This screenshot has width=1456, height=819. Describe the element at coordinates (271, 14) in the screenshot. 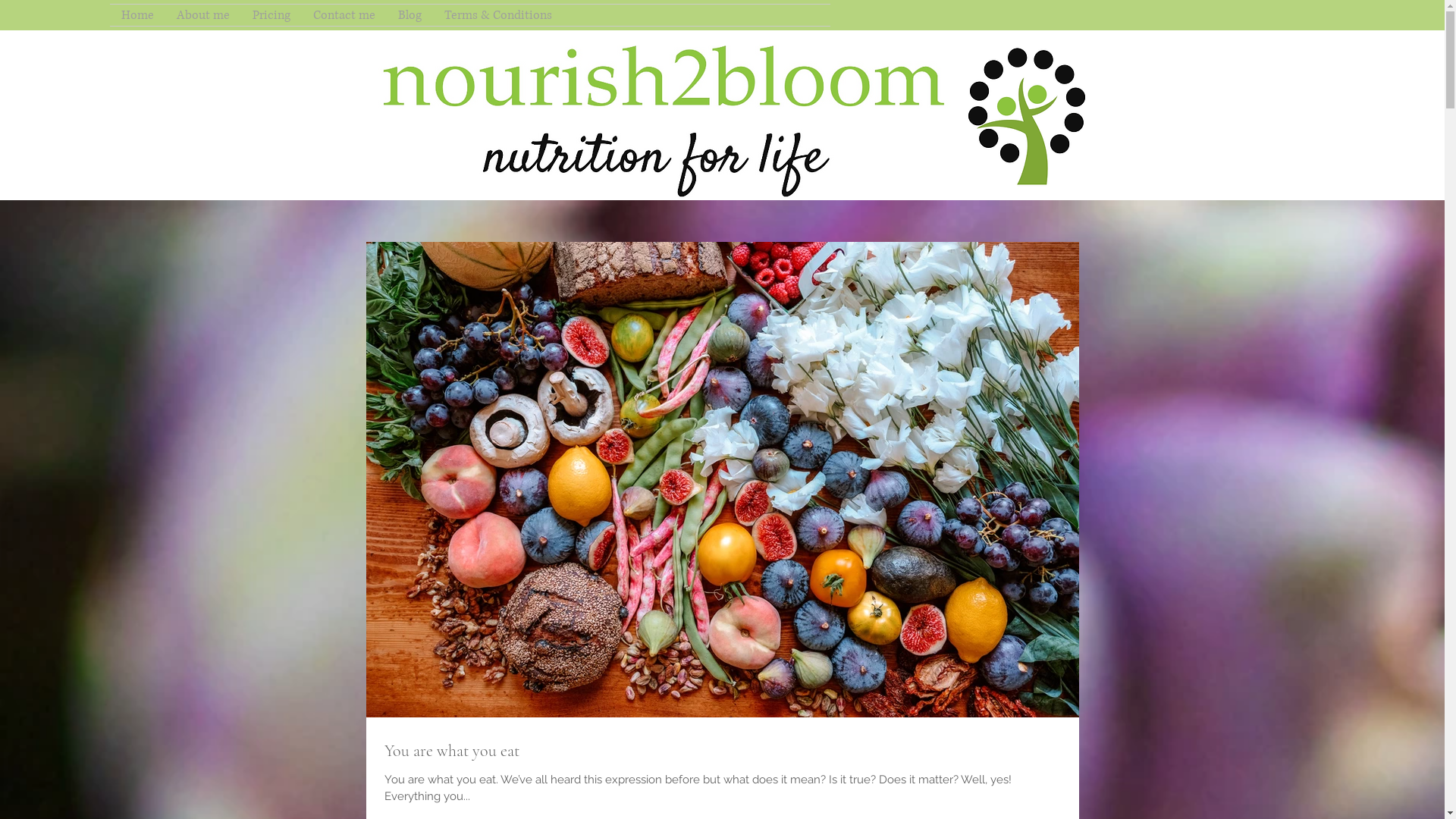

I see `'Pricing'` at that location.